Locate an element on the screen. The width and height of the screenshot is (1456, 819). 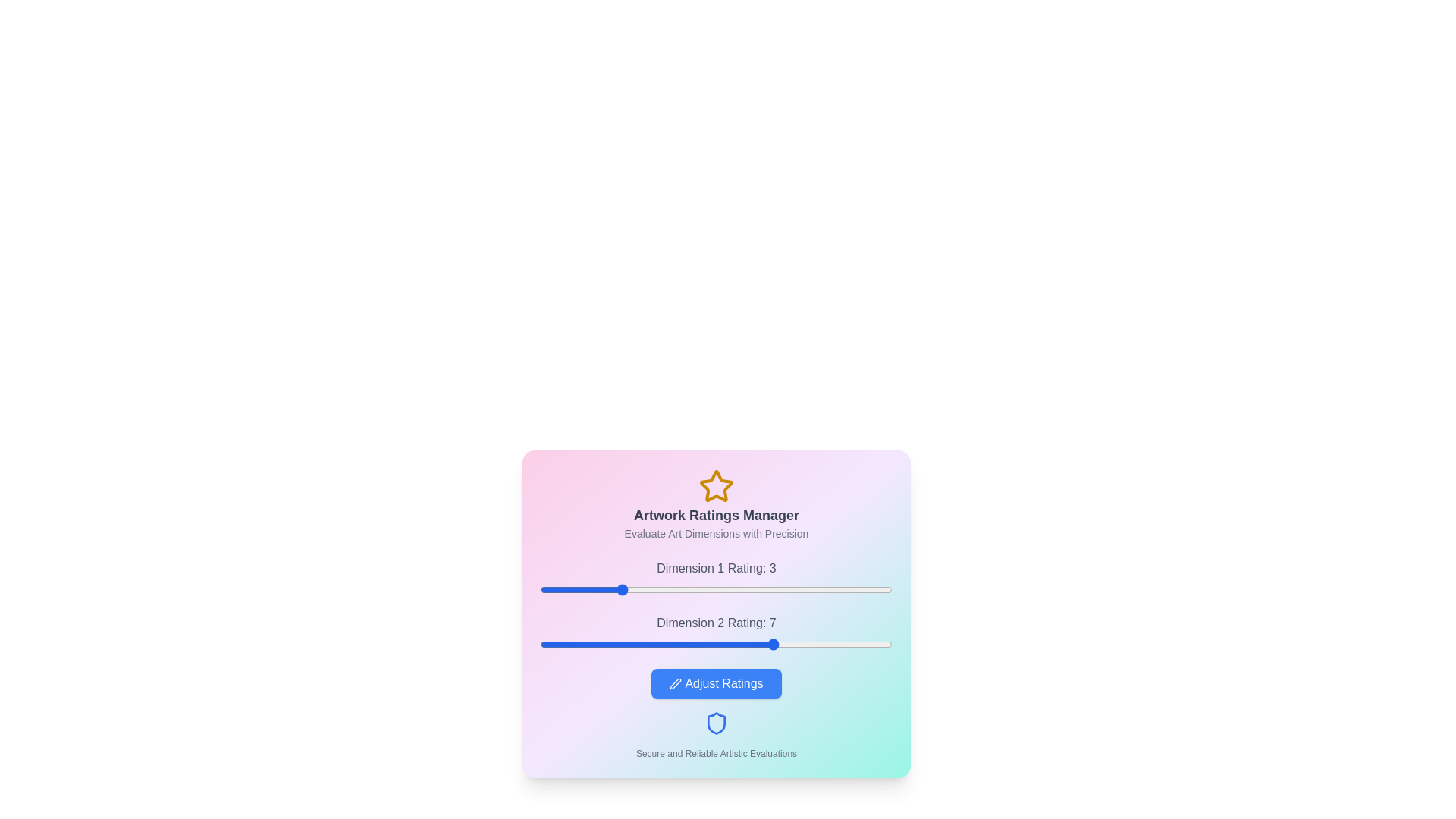
the first dimension rating to 3 by moving the slider is located at coordinates (619, 589).